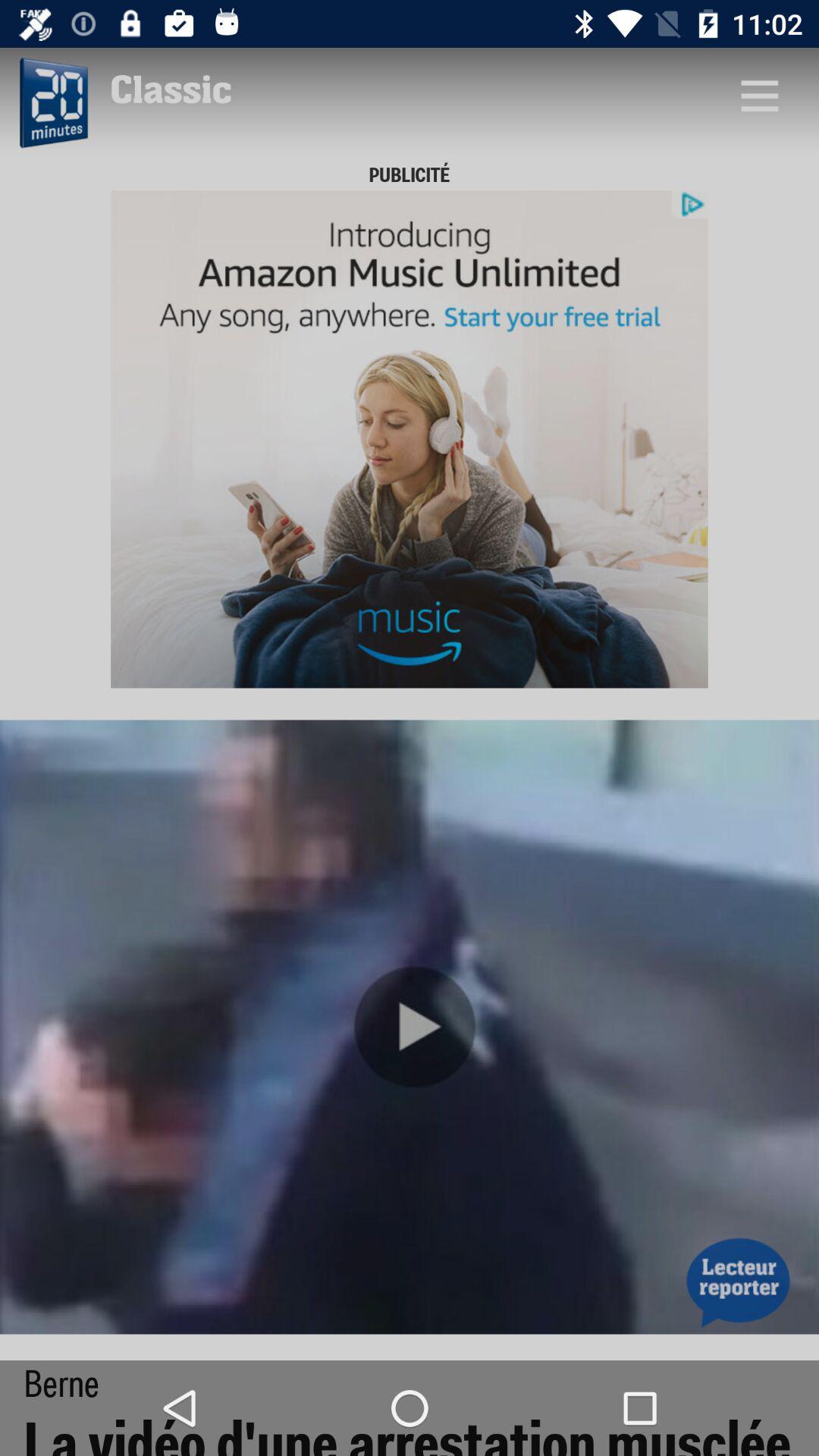  Describe the element at coordinates (759, 94) in the screenshot. I see `more option` at that location.